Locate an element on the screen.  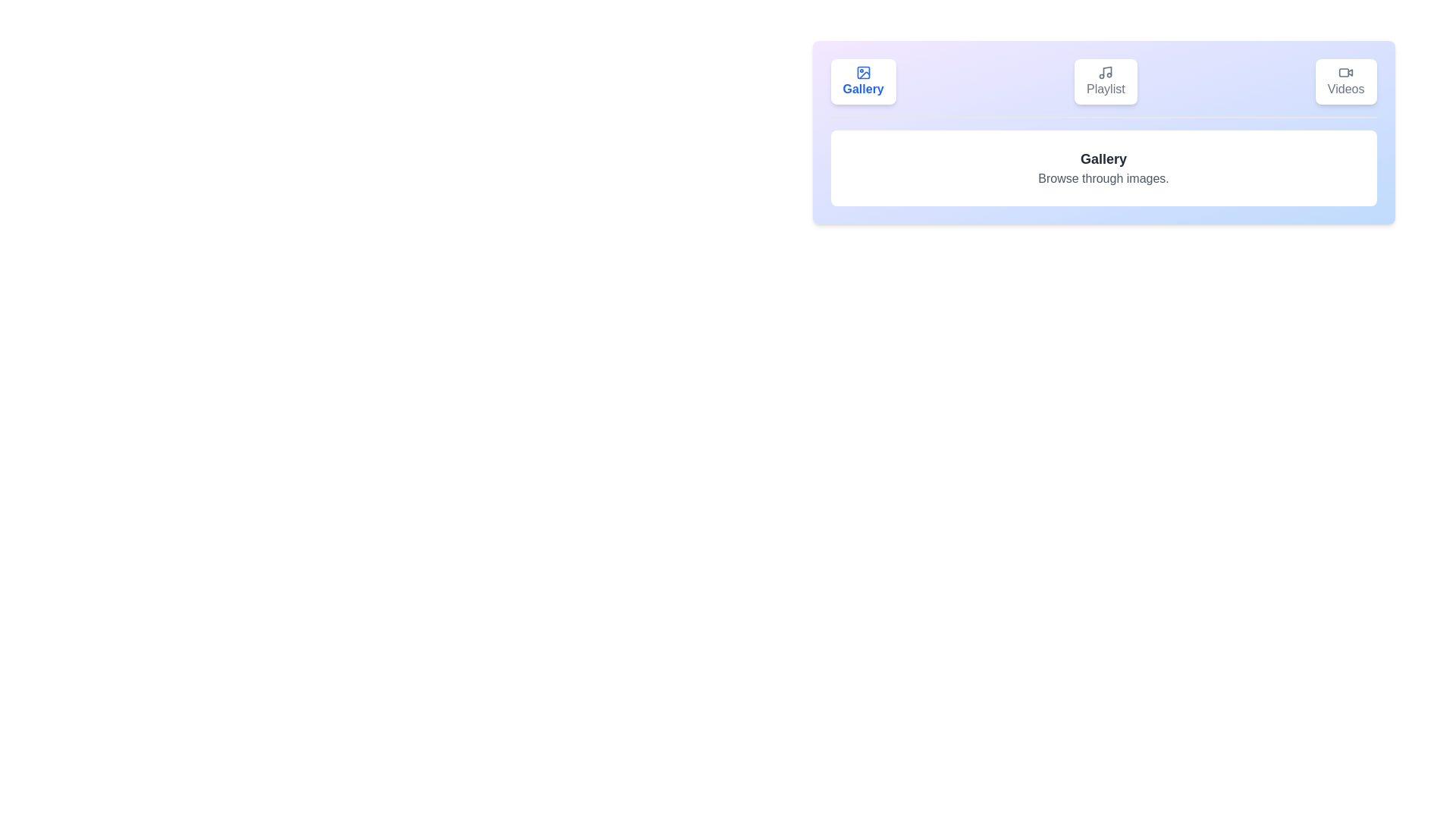
the Gallery button to observe its hover effect is located at coordinates (863, 82).